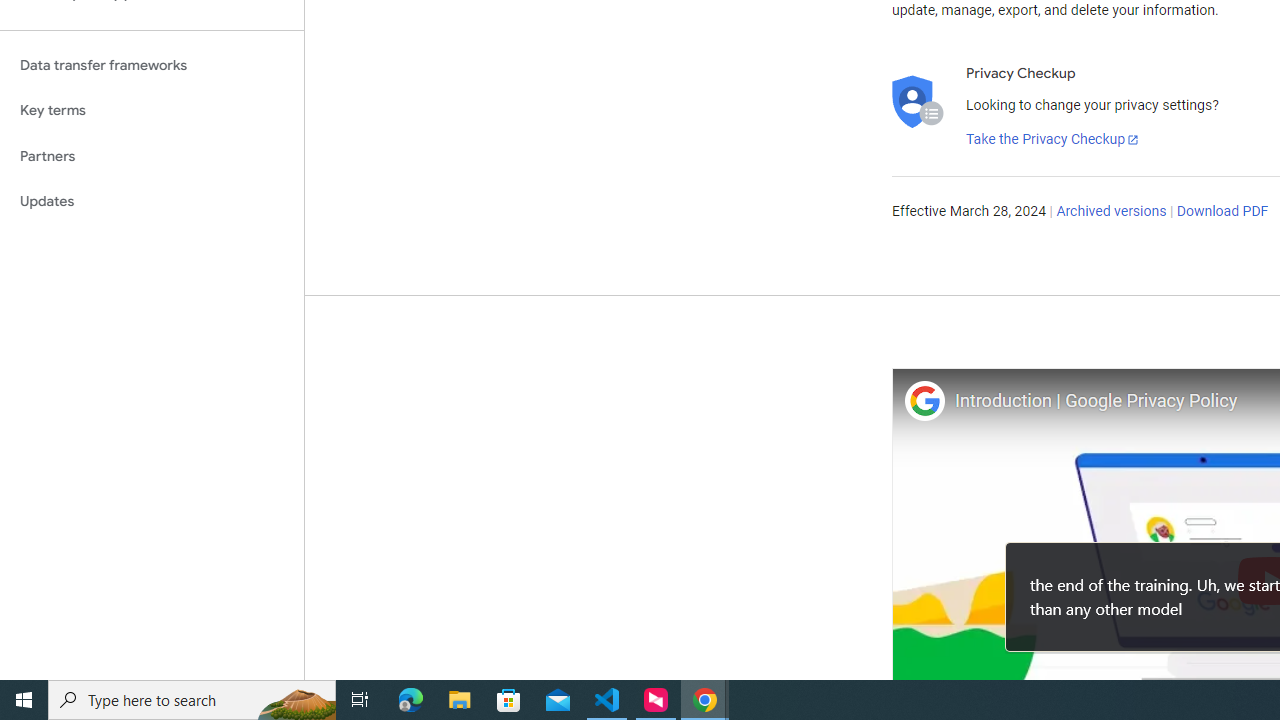 The width and height of the screenshot is (1280, 720). What do you see at coordinates (1052, 139) in the screenshot?
I see `'Take the Privacy Checkup'` at bounding box center [1052, 139].